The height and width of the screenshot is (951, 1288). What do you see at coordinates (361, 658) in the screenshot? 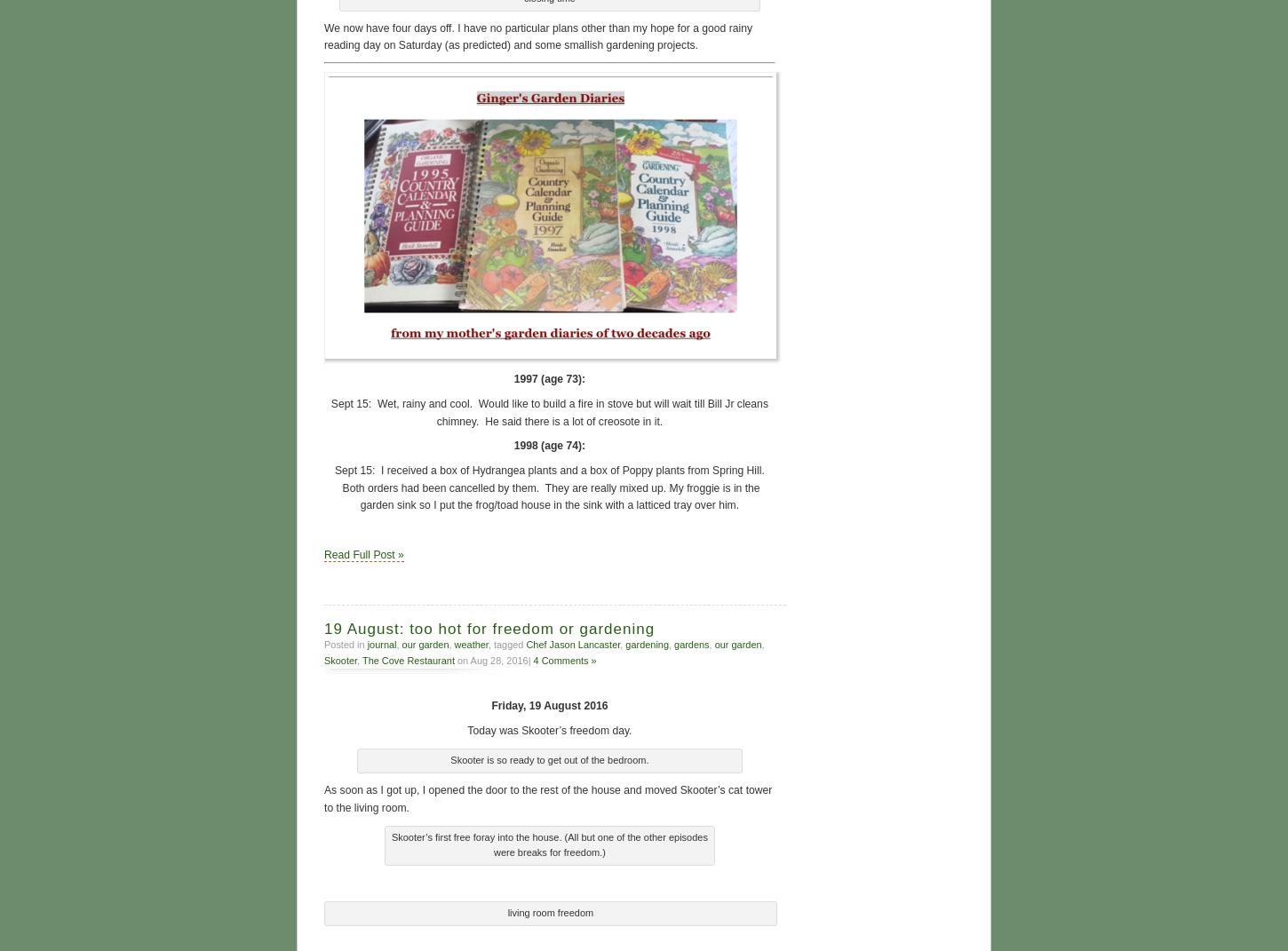
I see `'The Cove Restaurant'` at bounding box center [361, 658].